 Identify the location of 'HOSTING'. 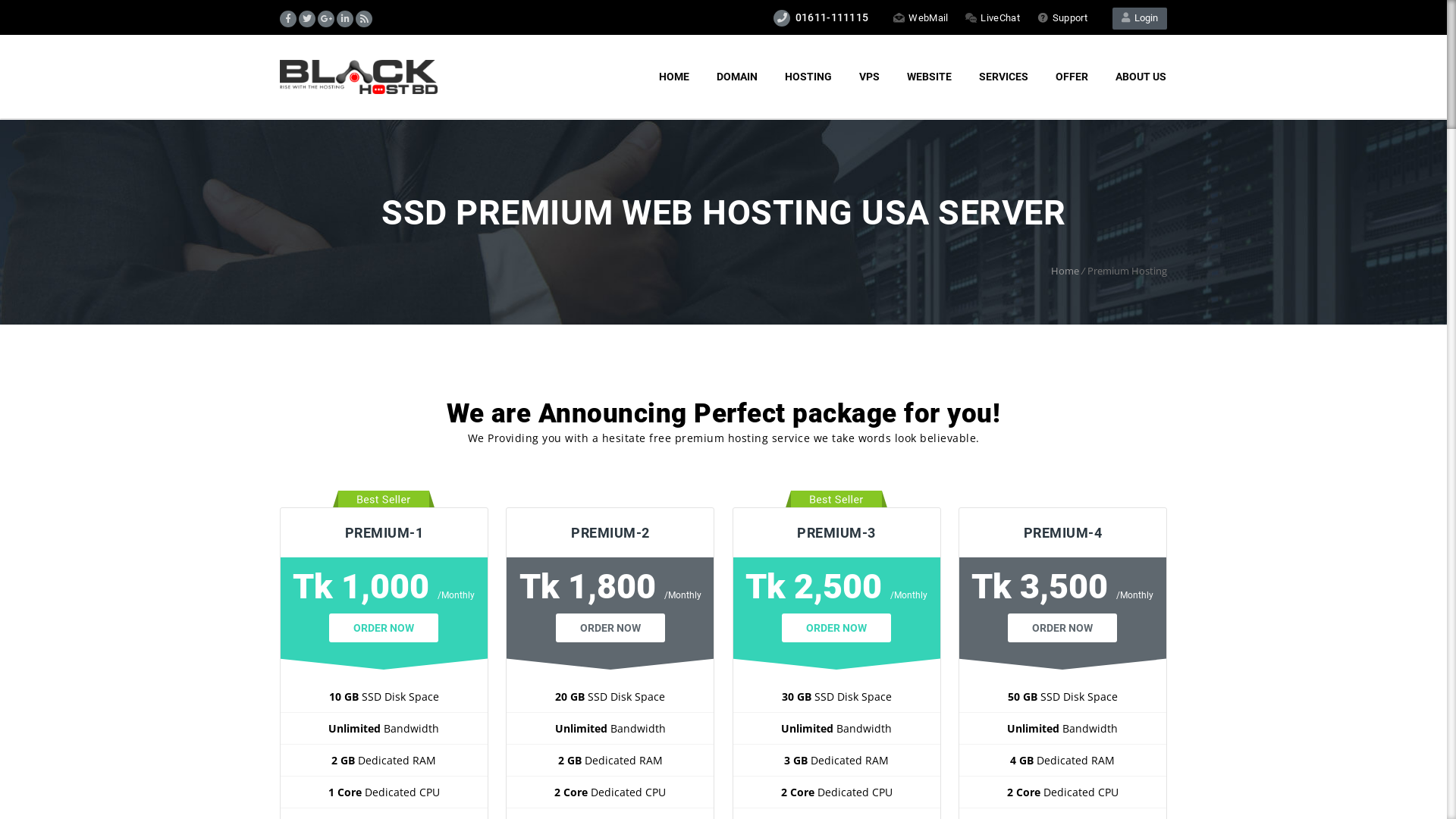
(807, 77).